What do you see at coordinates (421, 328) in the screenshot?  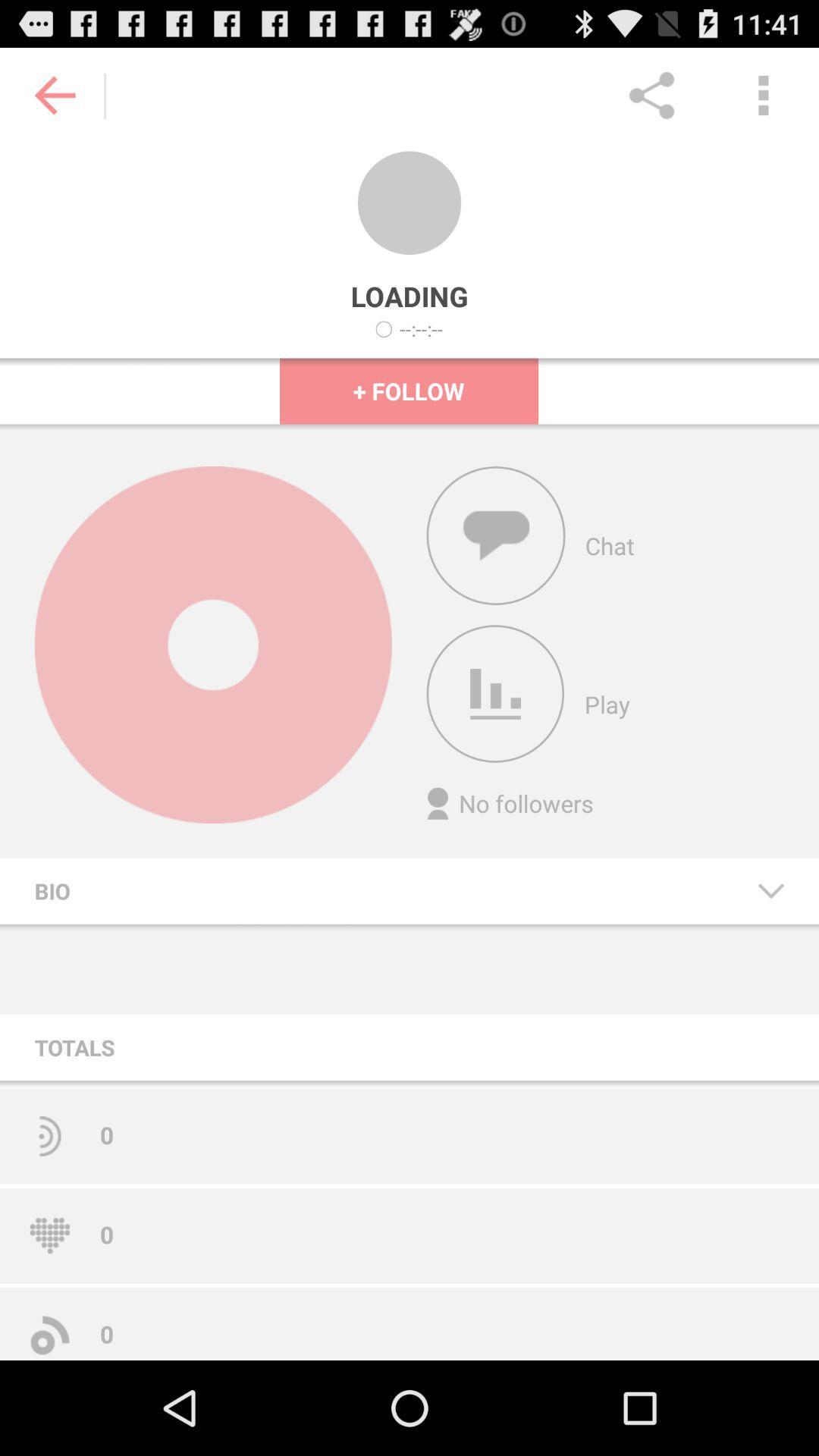 I see `the --:--:-- icon` at bounding box center [421, 328].